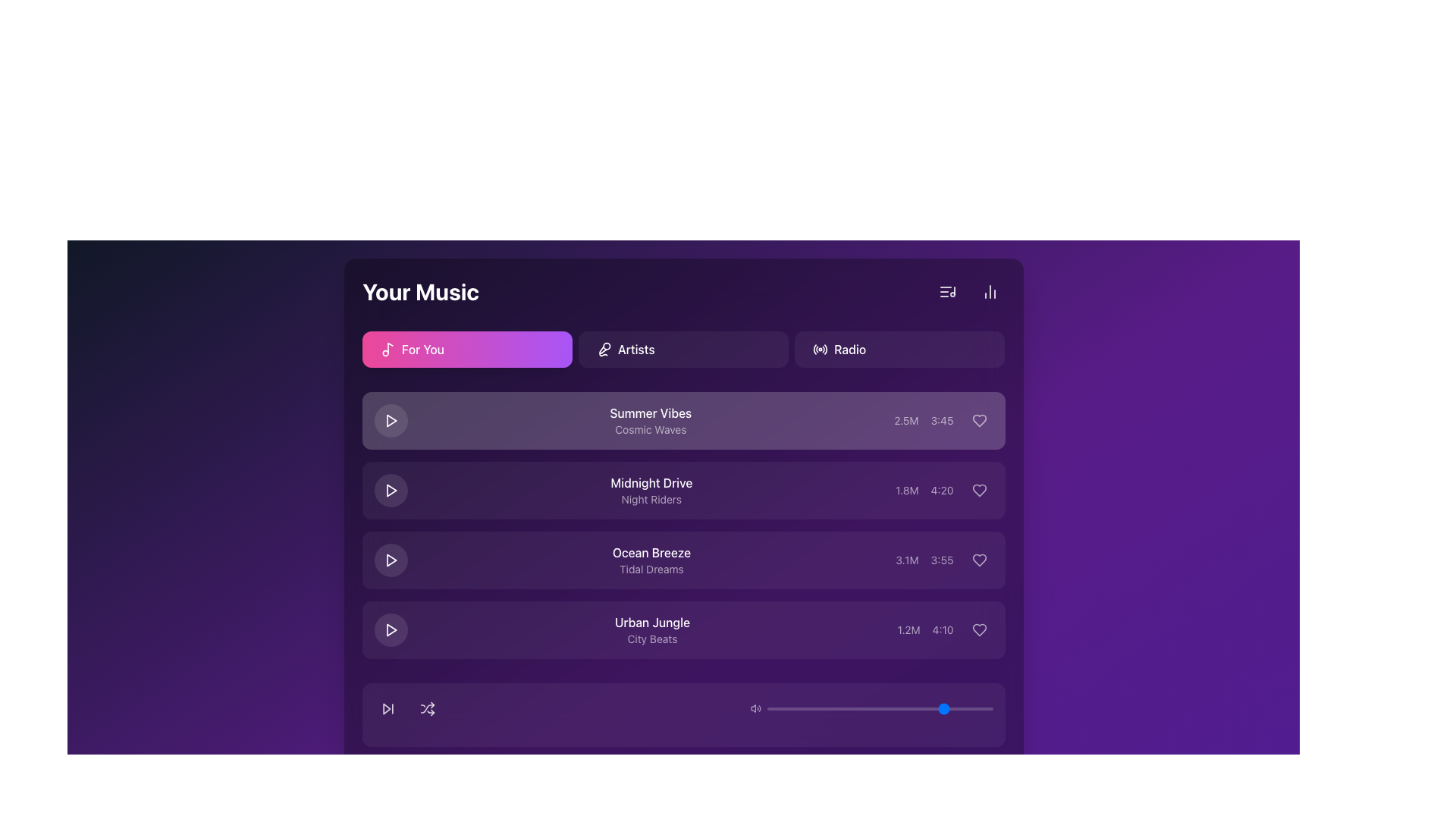 The width and height of the screenshot is (1456, 819). What do you see at coordinates (636, 350) in the screenshot?
I see `the text label that identifies the navigation option for browsing artists, which is the third clickable option in the navigation bar, positioned between 'For You' and a microphone icon` at bounding box center [636, 350].